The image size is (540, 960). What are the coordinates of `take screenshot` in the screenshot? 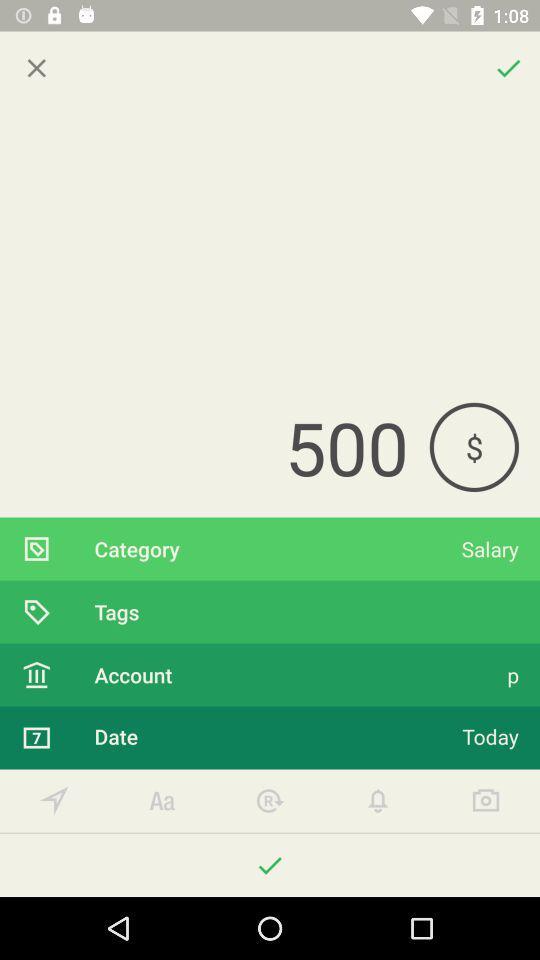 It's located at (485, 801).